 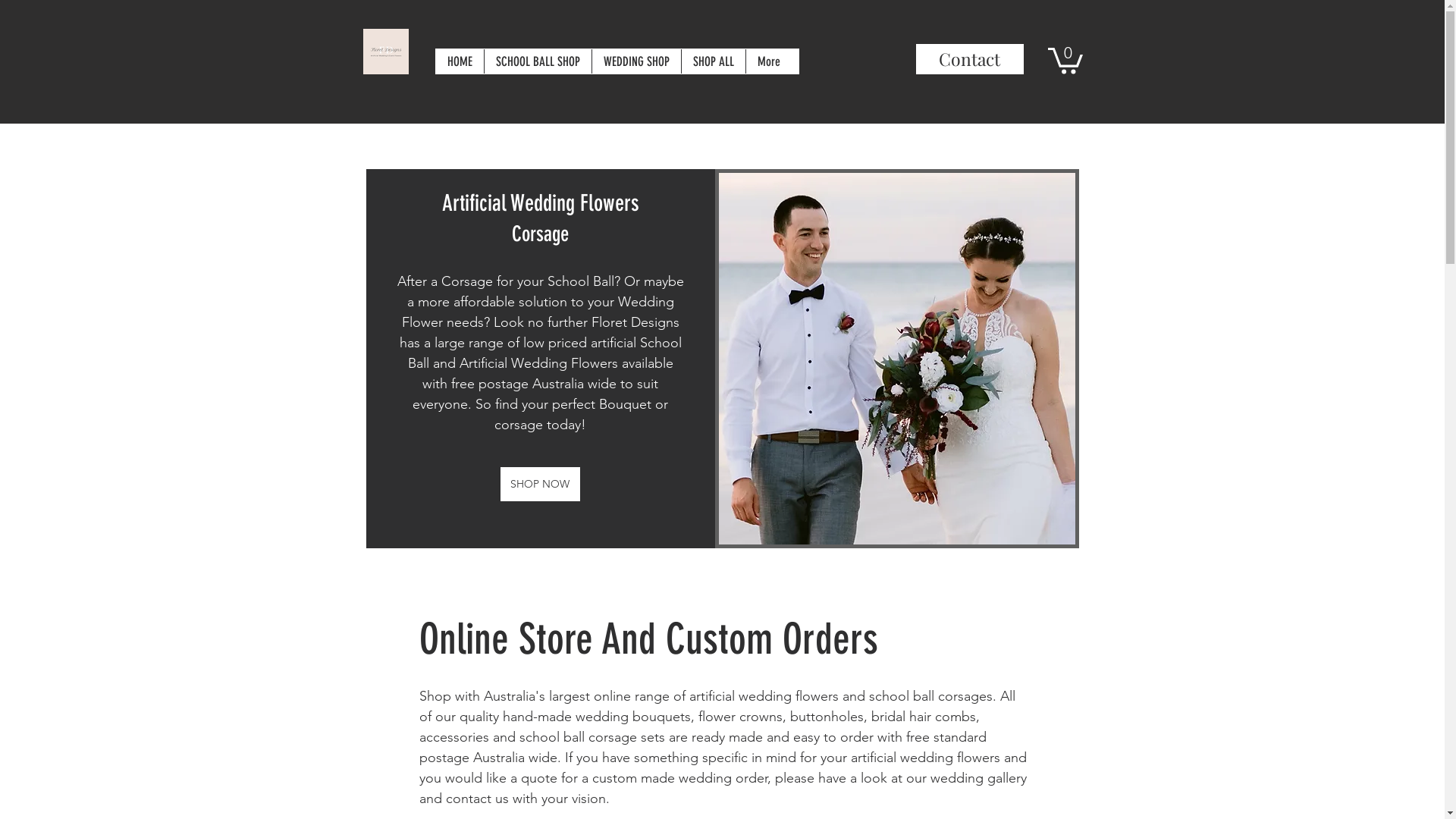 What do you see at coordinates (636, 61) in the screenshot?
I see `'WEDDING SHOP'` at bounding box center [636, 61].